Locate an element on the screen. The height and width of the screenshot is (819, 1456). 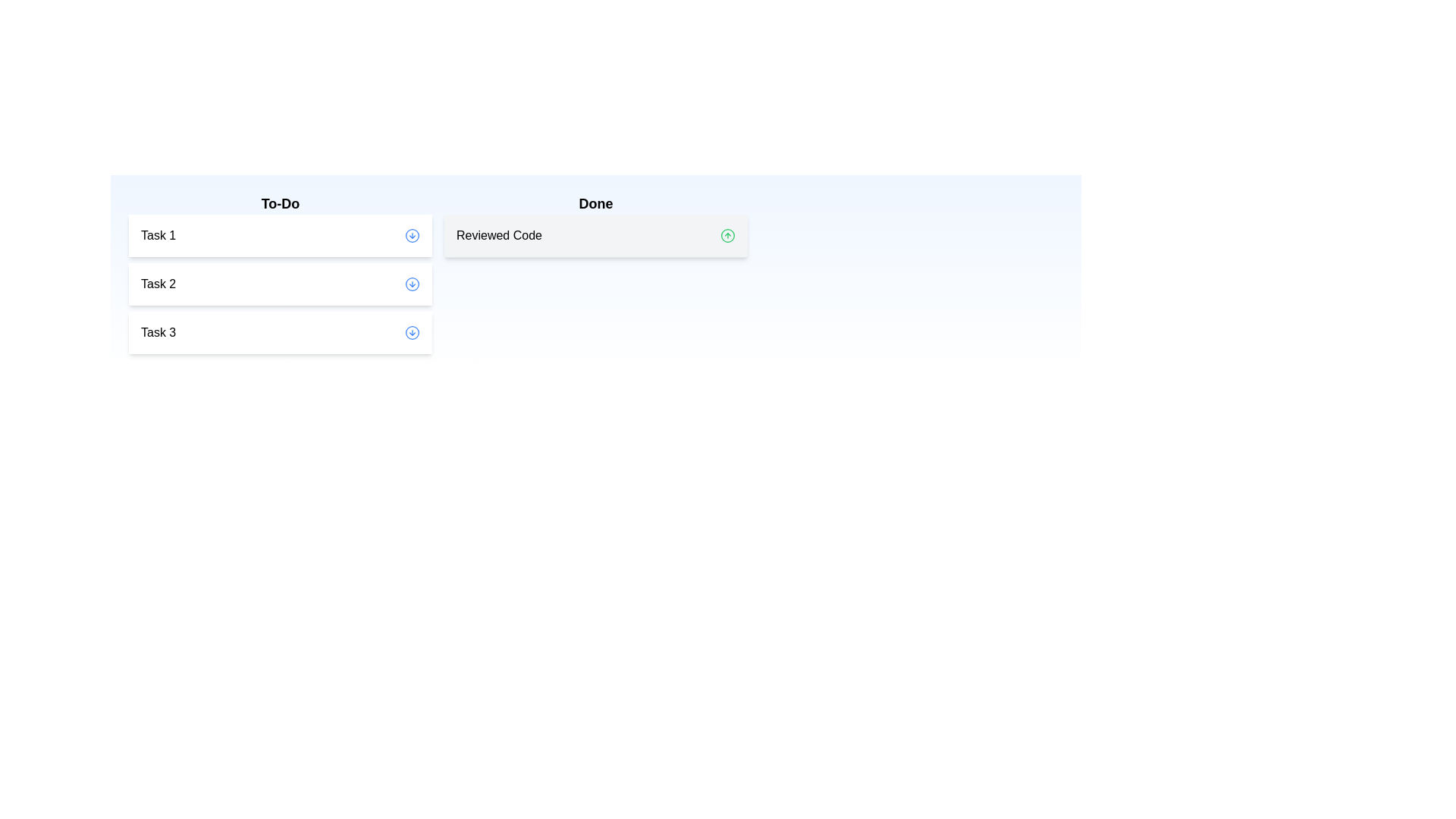
up arrow button next to the task 'Reviewed Code' in the 'Done' section to move it to the 'To-Do' list is located at coordinates (728, 236).